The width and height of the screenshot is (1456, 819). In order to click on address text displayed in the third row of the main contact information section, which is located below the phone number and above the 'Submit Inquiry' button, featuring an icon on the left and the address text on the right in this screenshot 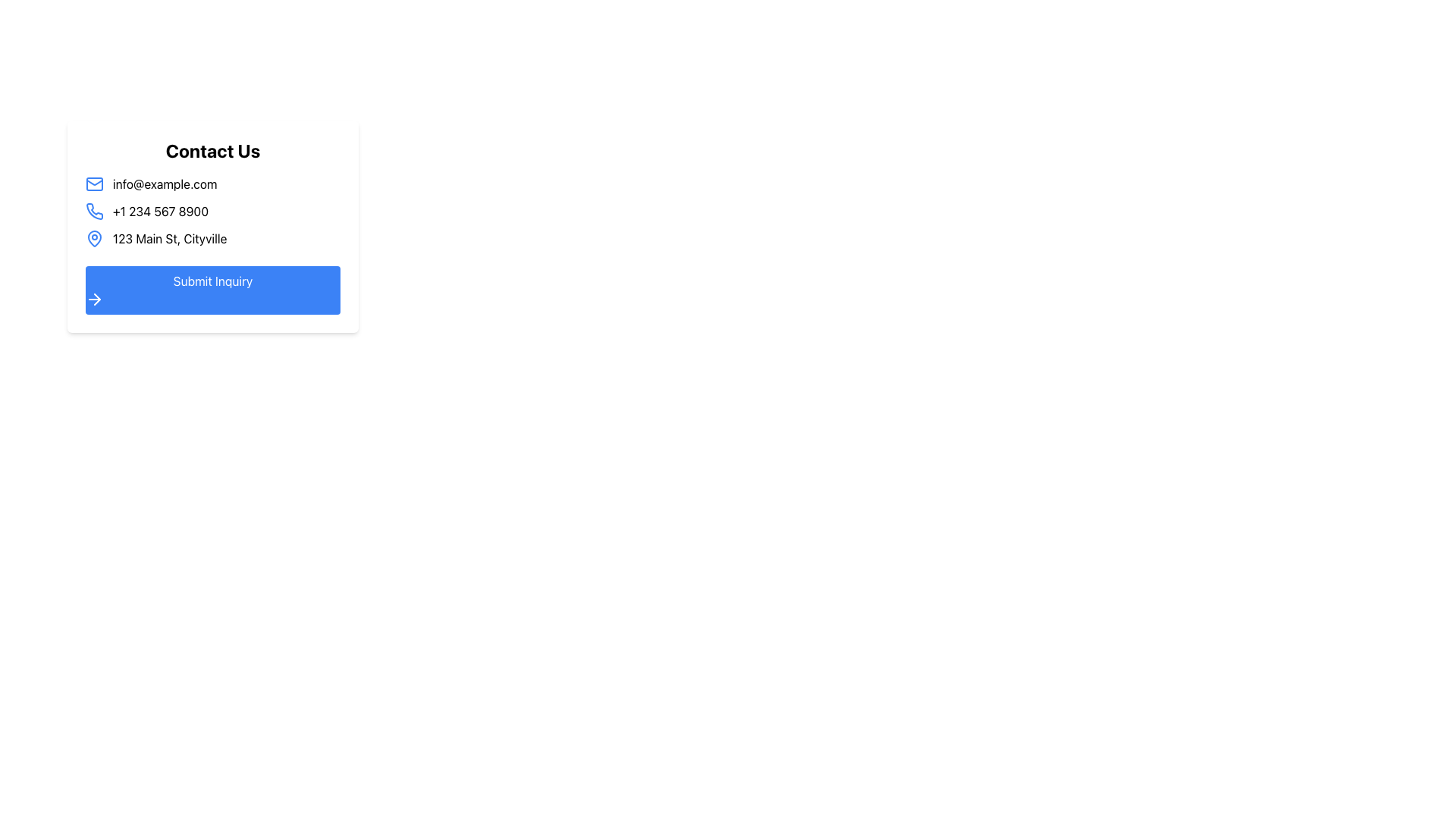, I will do `click(212, 239)`.